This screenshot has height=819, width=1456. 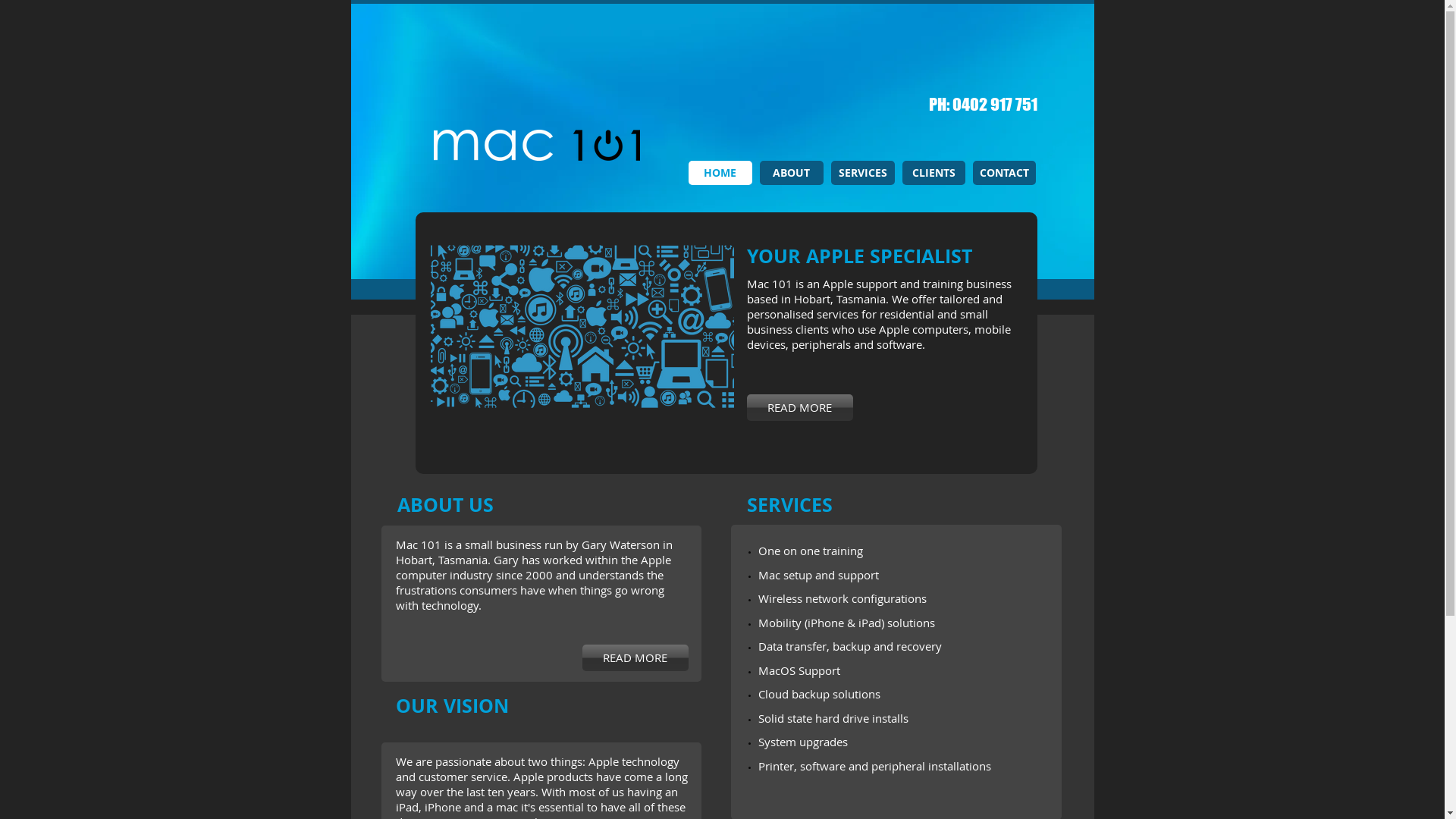 I want to click on 'READ MORE', so click(x=799, y=406).